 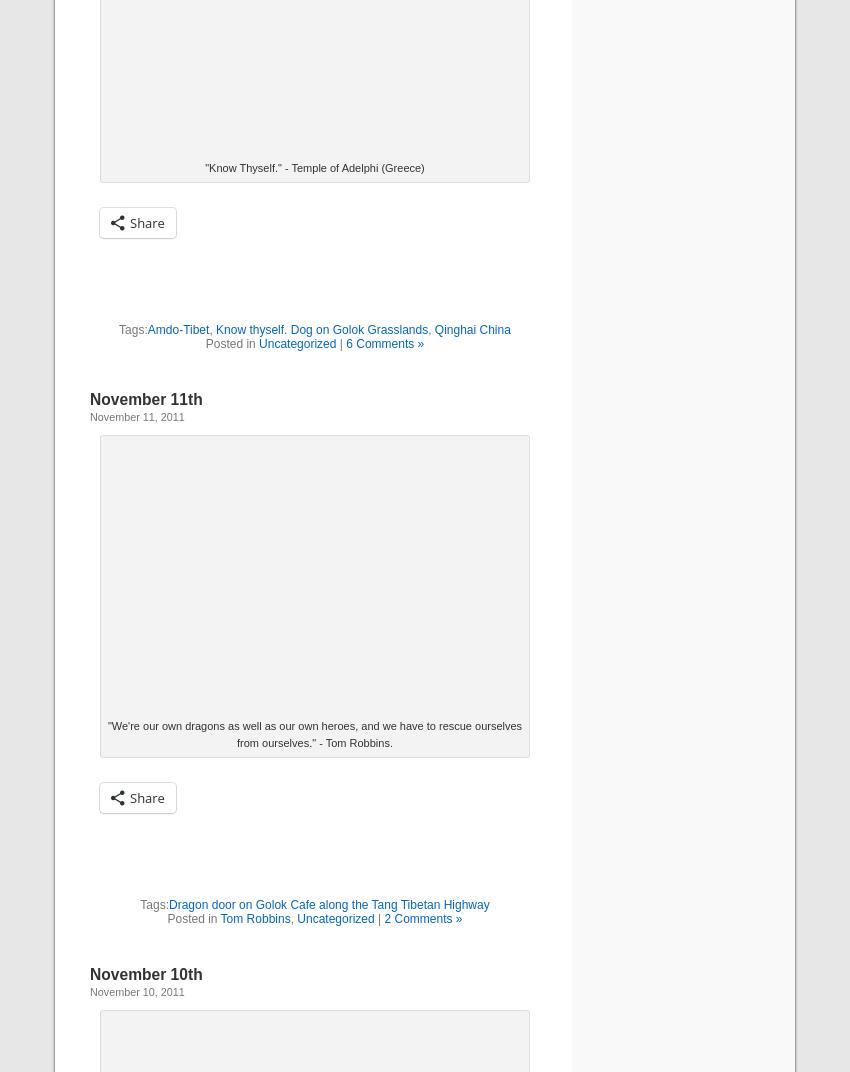 I want to click on 'Tom Robbins', so click(x=255, y=919).